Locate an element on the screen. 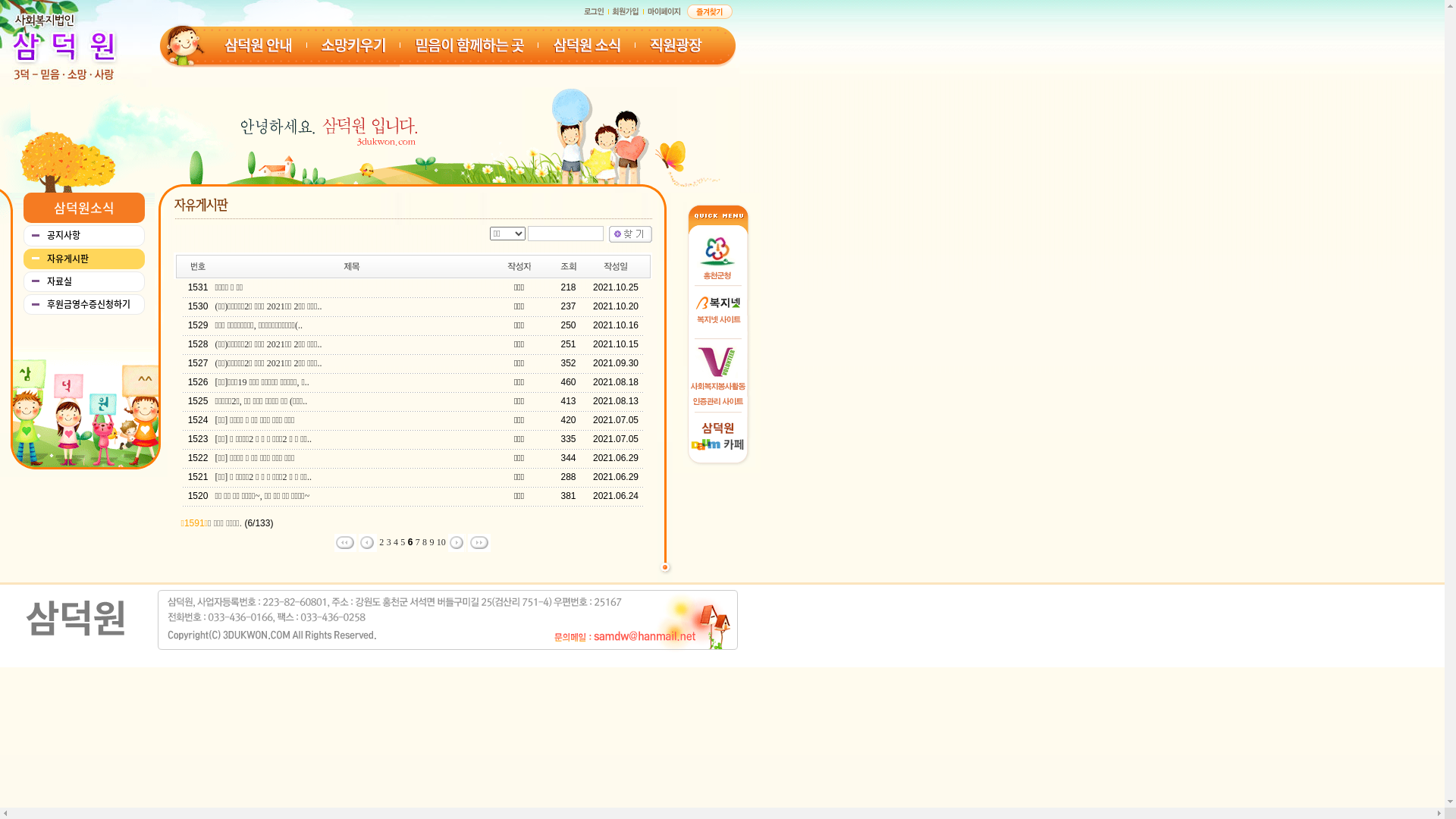 This screenshot has height=819, width=1456. '2' is located at coordinates (381, 541).